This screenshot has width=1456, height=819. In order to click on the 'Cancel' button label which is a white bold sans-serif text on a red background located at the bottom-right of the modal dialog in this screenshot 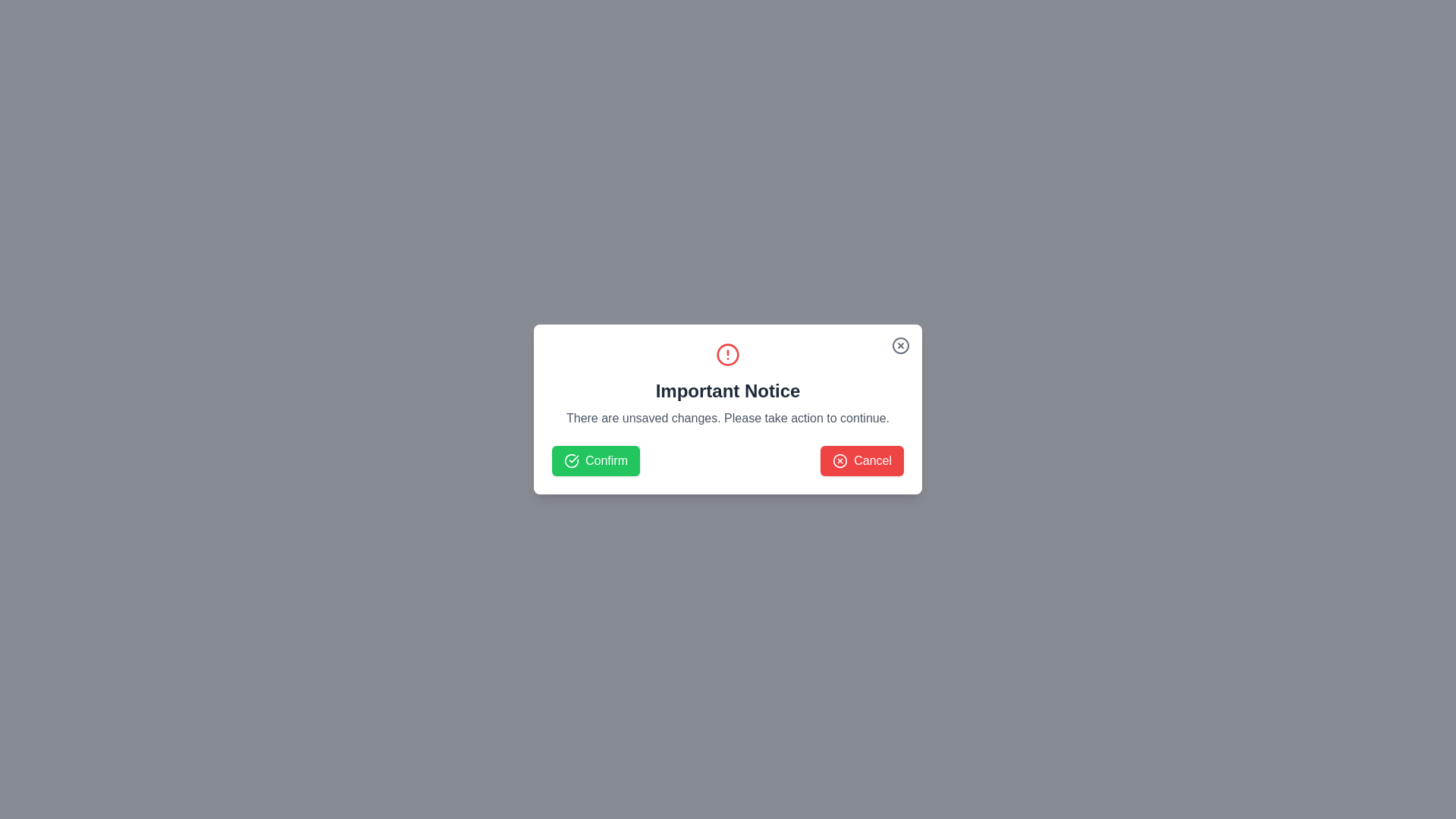, I will do `click(873, 460)`.